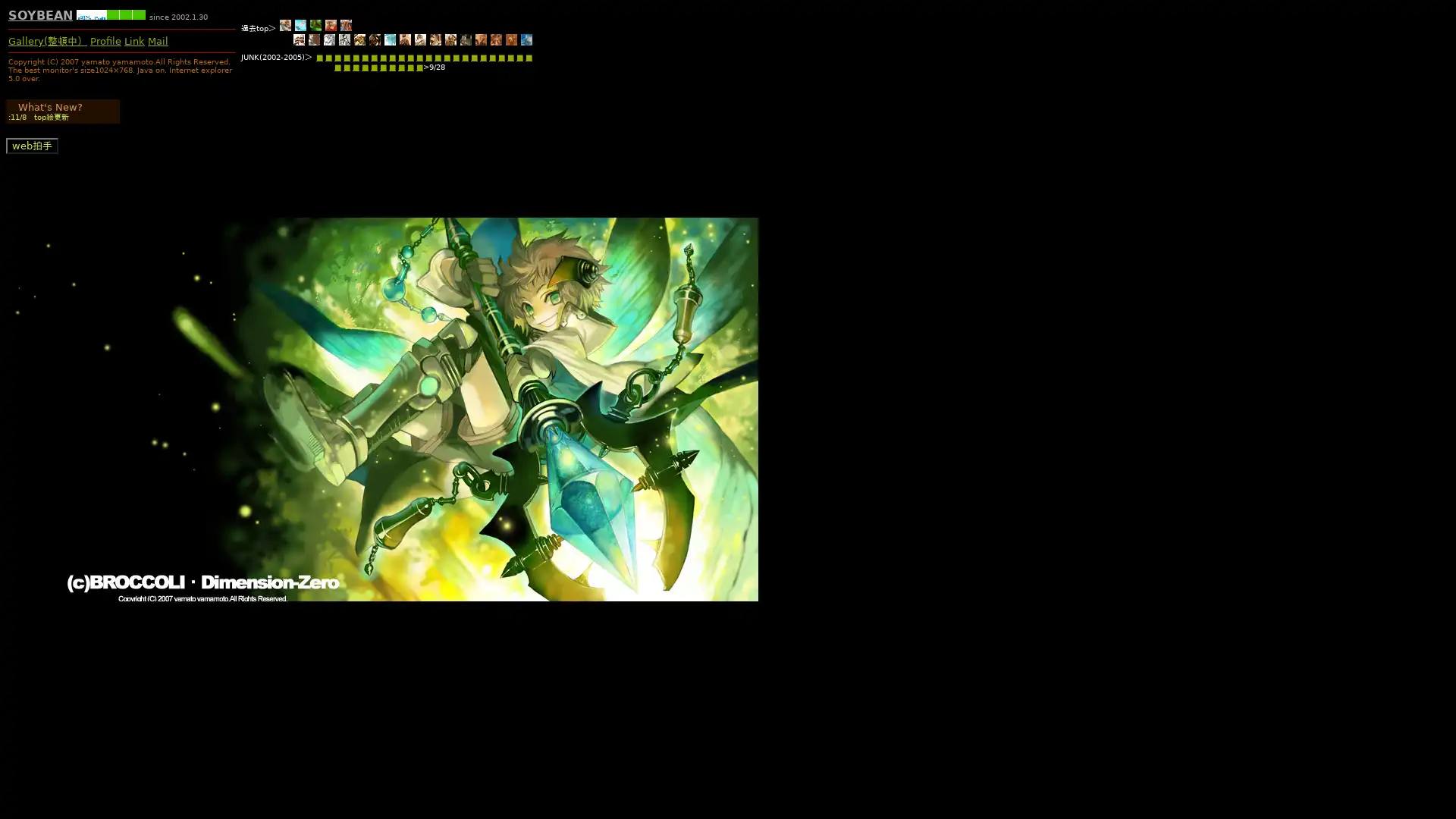 The height and width of the screenshot is (819, 1456). What do you see at coordinates (32, 146) in the screenshot?
I see `web` at bounding box center [32, 146].